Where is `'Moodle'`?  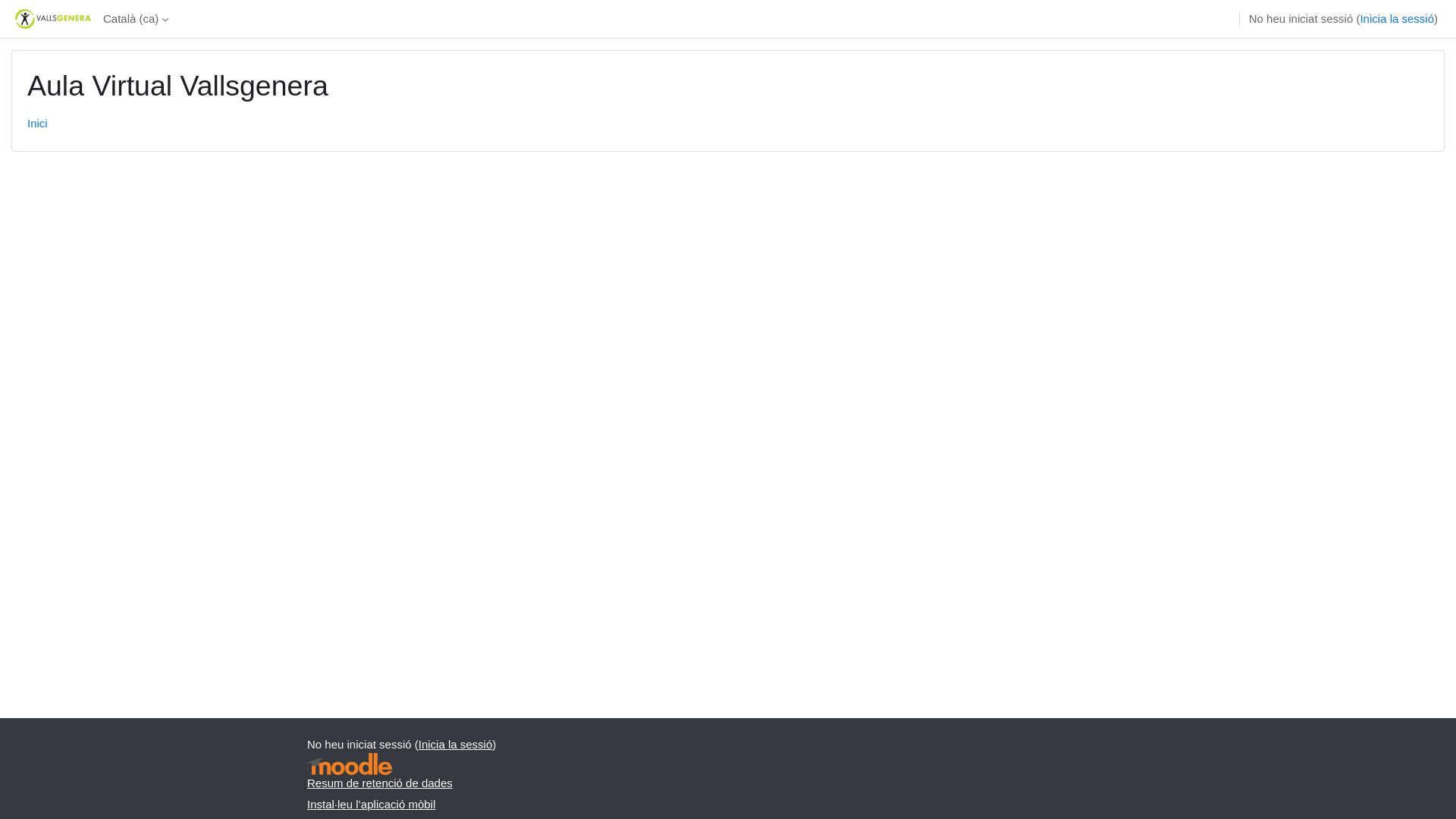 'Moodle' is located at coordinates (348, 764).